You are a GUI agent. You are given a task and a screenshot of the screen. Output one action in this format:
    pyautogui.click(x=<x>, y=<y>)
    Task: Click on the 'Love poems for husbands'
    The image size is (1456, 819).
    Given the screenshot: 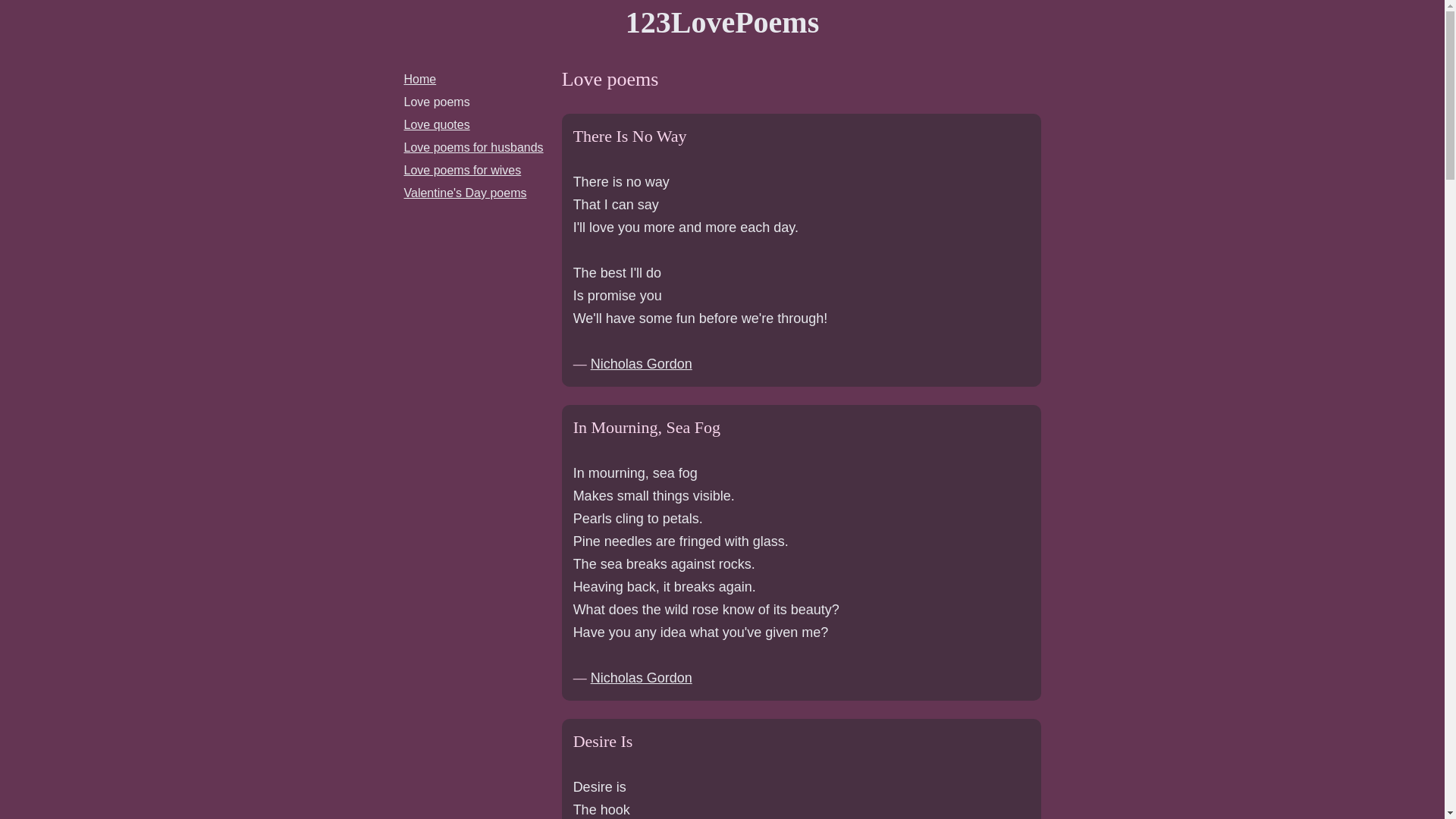 What is the action you would take?
    pyautogui.click(x=472, y=147)
    